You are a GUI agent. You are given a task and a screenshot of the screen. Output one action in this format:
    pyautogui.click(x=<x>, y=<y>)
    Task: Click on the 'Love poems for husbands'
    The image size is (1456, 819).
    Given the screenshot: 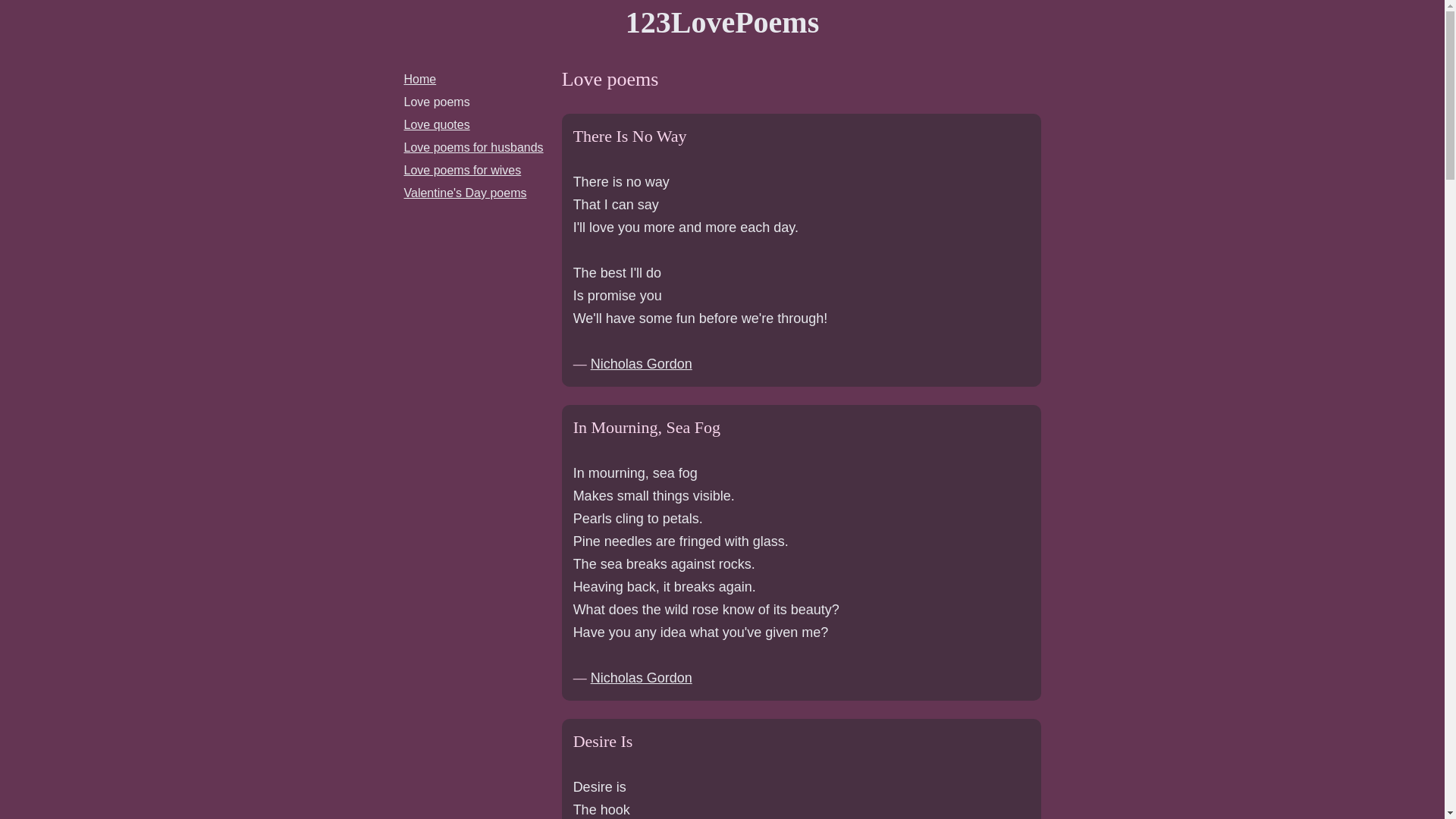 What is the action you would take?
    pyautogui.click(x=472, y=147)
    